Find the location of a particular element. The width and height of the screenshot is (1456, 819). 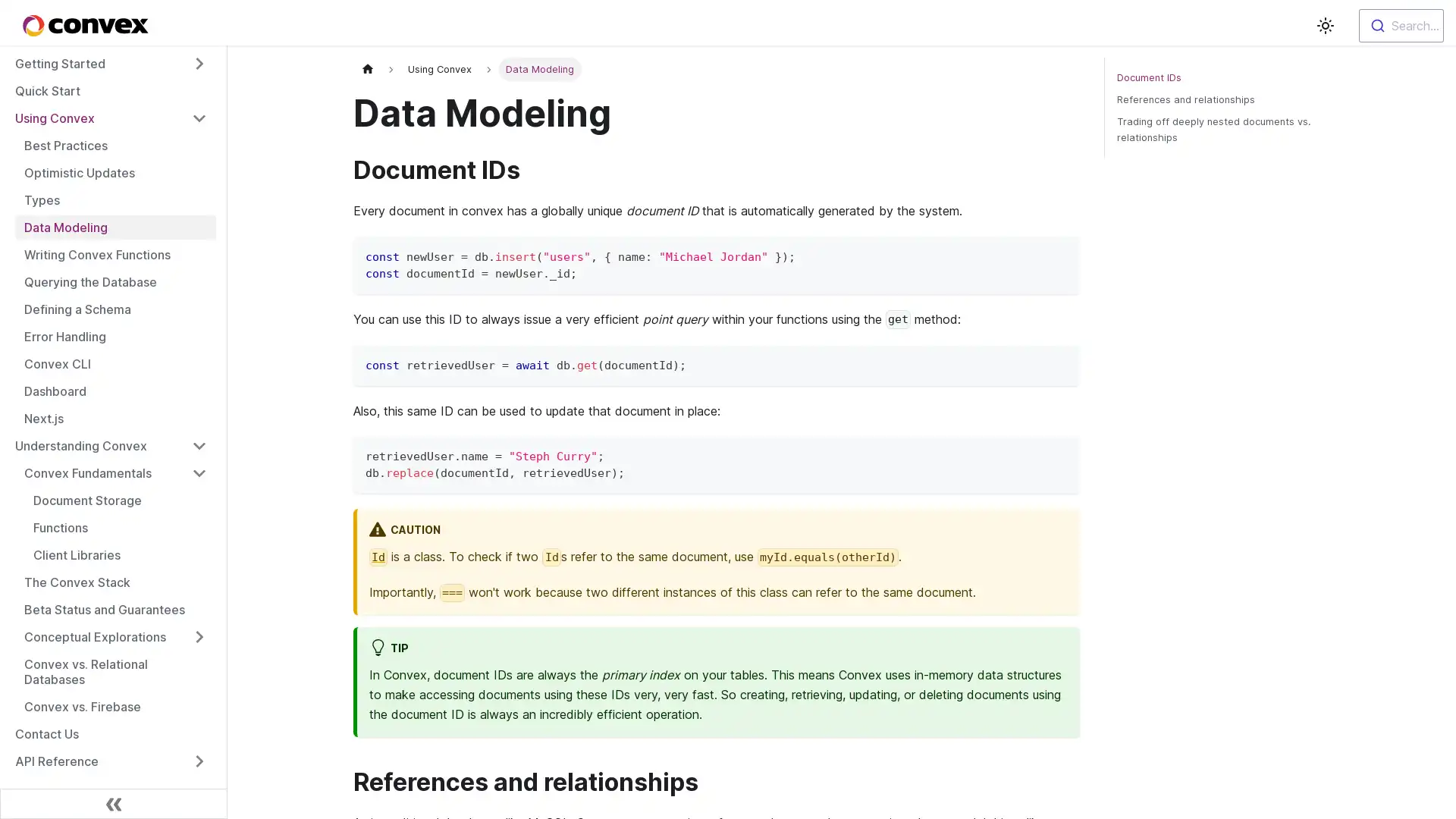

Toggle the collapsible sidebar category 'Understanding Convex' is located at coordinates (199, 444).